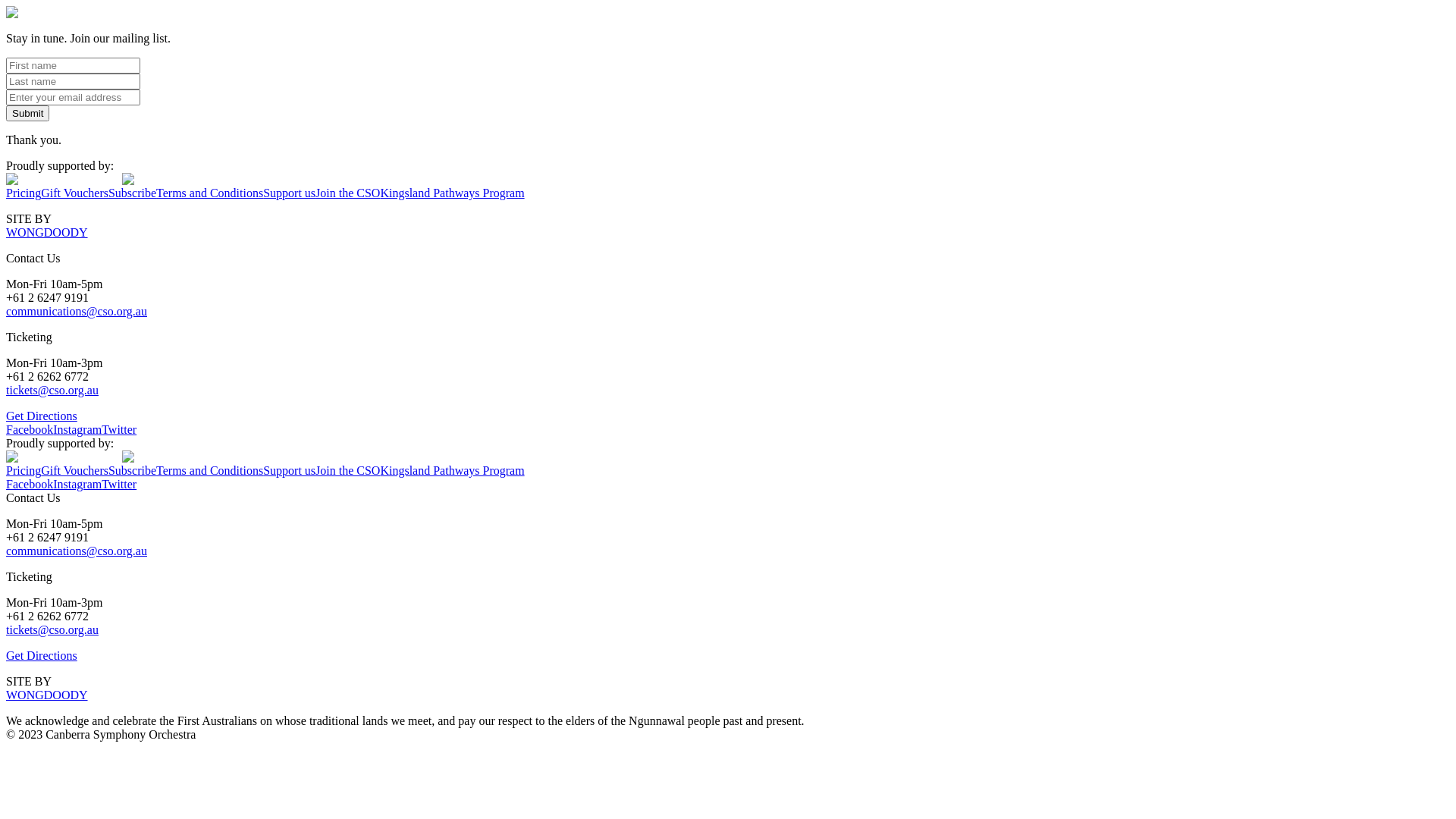  What do you see at coordinates (118, 484) in the screenshot?
I see `'Twitter'` at bounding box center [118, 484].